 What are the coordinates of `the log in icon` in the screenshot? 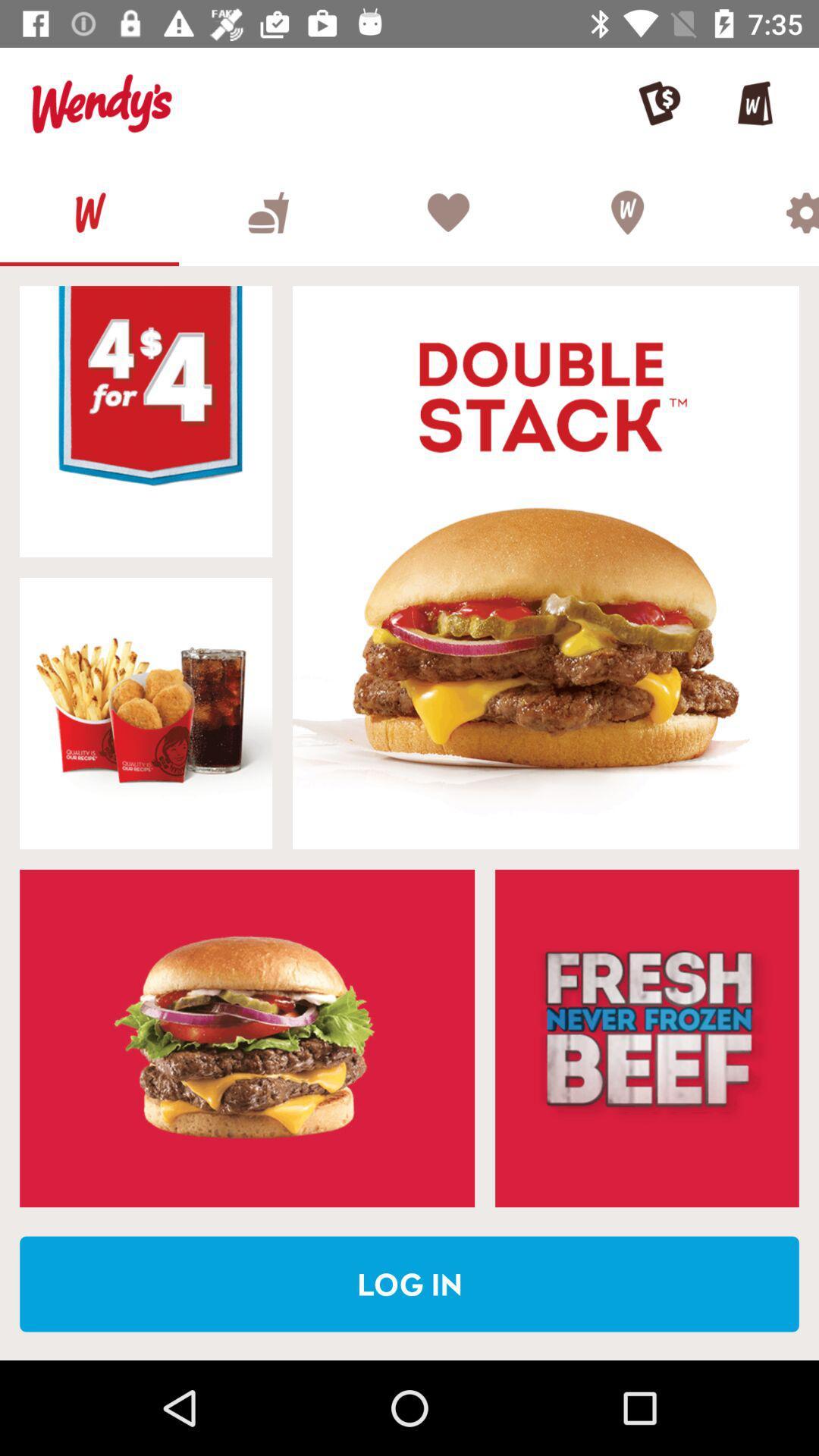 It's located at (409, 1283).